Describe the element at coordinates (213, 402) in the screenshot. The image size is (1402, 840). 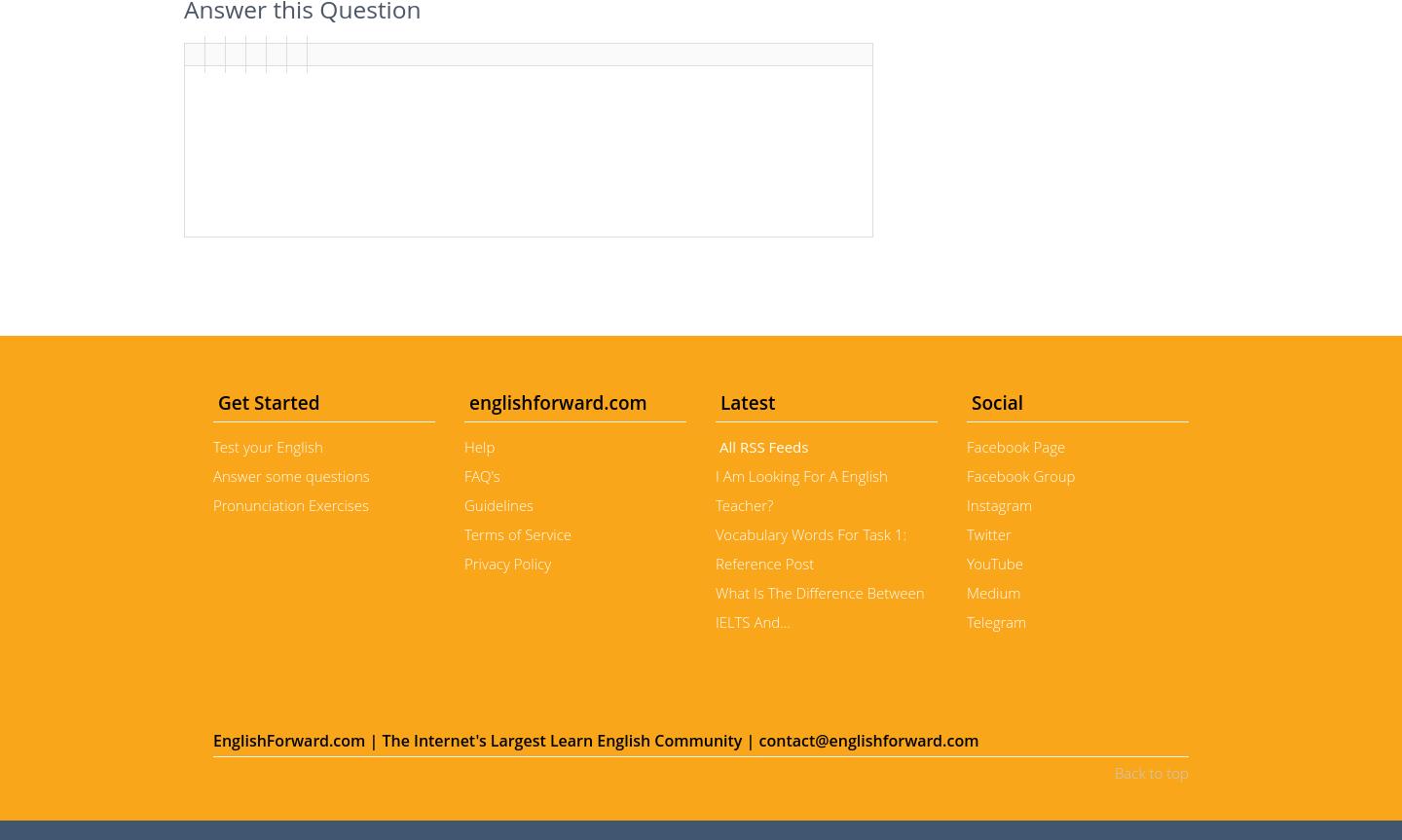
I see `'Get Started'` at that location.